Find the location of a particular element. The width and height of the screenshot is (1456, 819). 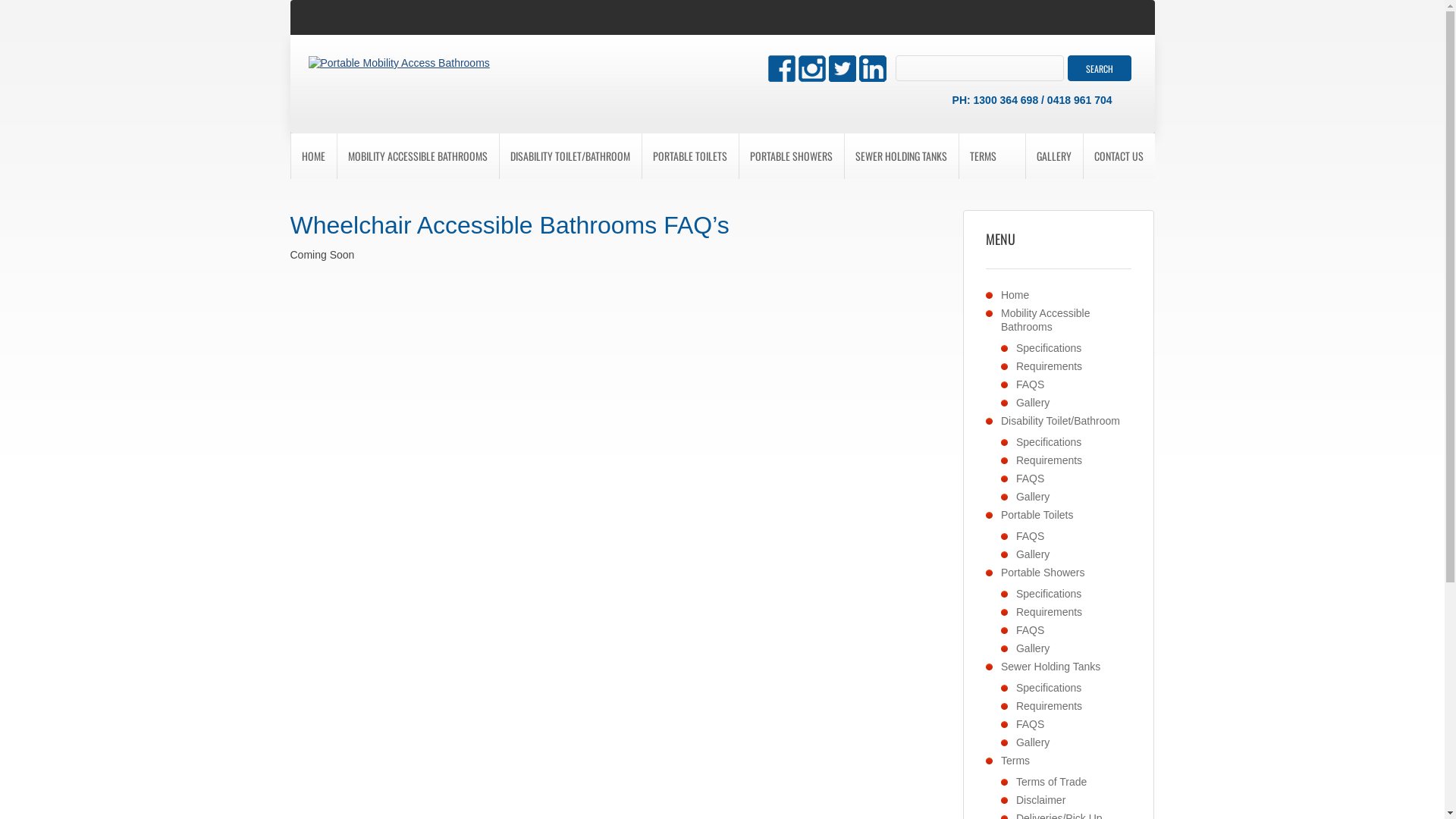

'Disability Toilet/Bathroom' is located at coordinates (1059, 421).